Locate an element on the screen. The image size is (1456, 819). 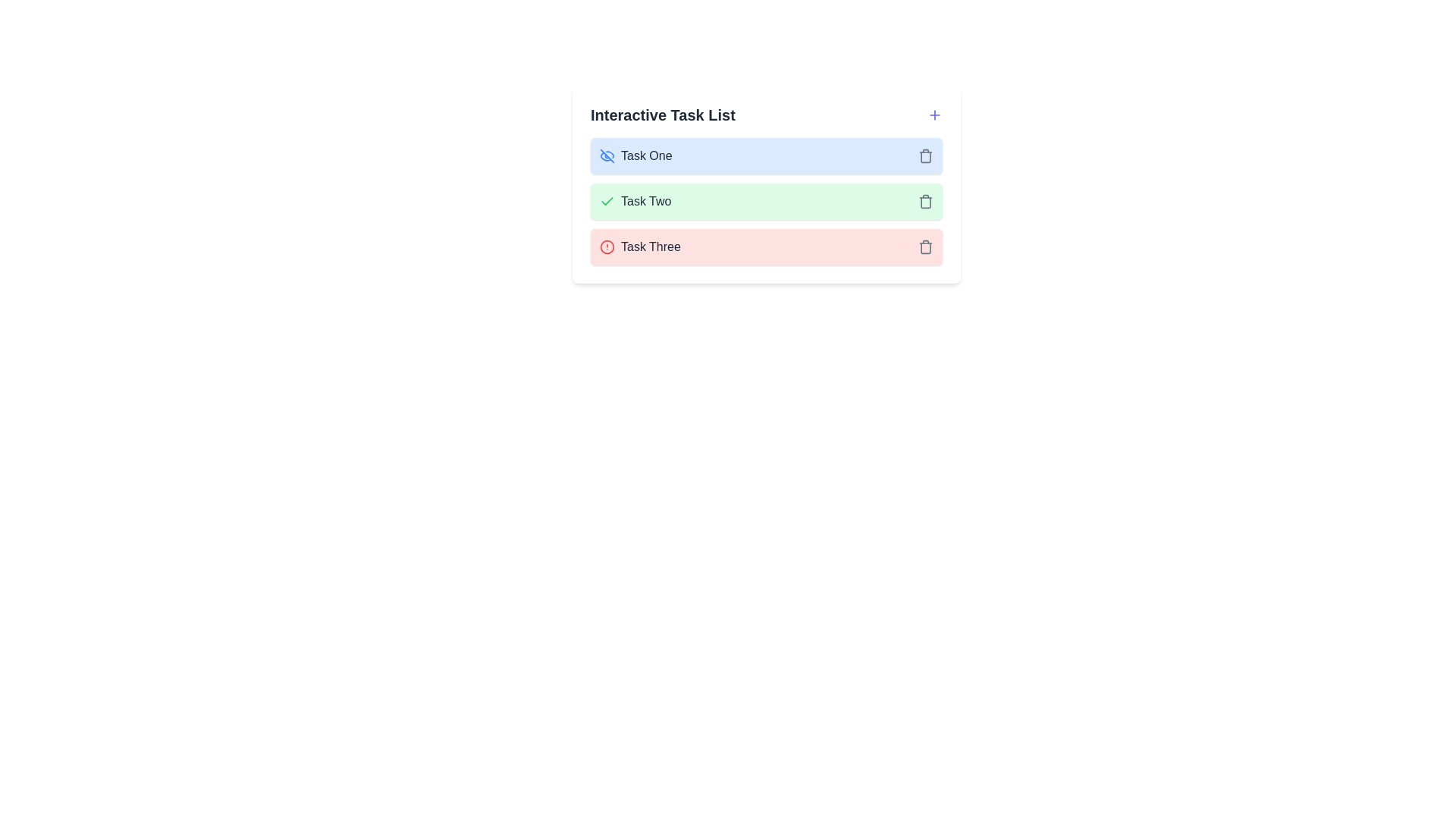
the visibility icon located to the left of the label text for 'Task One' is located at coordinates (607, 155).